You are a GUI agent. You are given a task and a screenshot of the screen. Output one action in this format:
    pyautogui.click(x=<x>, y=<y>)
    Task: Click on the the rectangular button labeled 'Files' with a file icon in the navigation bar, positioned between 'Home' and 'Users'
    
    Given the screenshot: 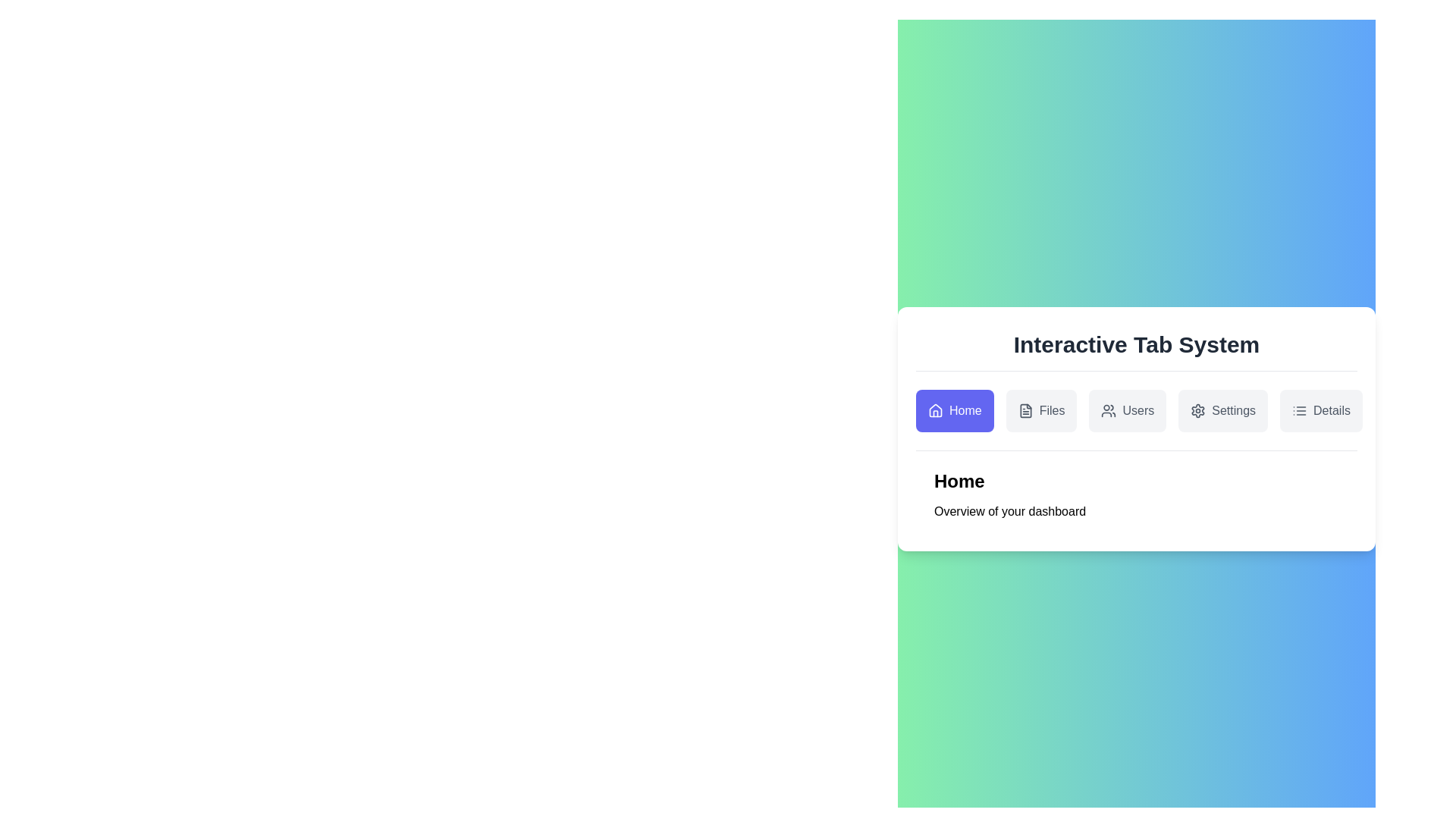 What is the action you would take?
    pyautogui.click(x=1040, y=411)
    